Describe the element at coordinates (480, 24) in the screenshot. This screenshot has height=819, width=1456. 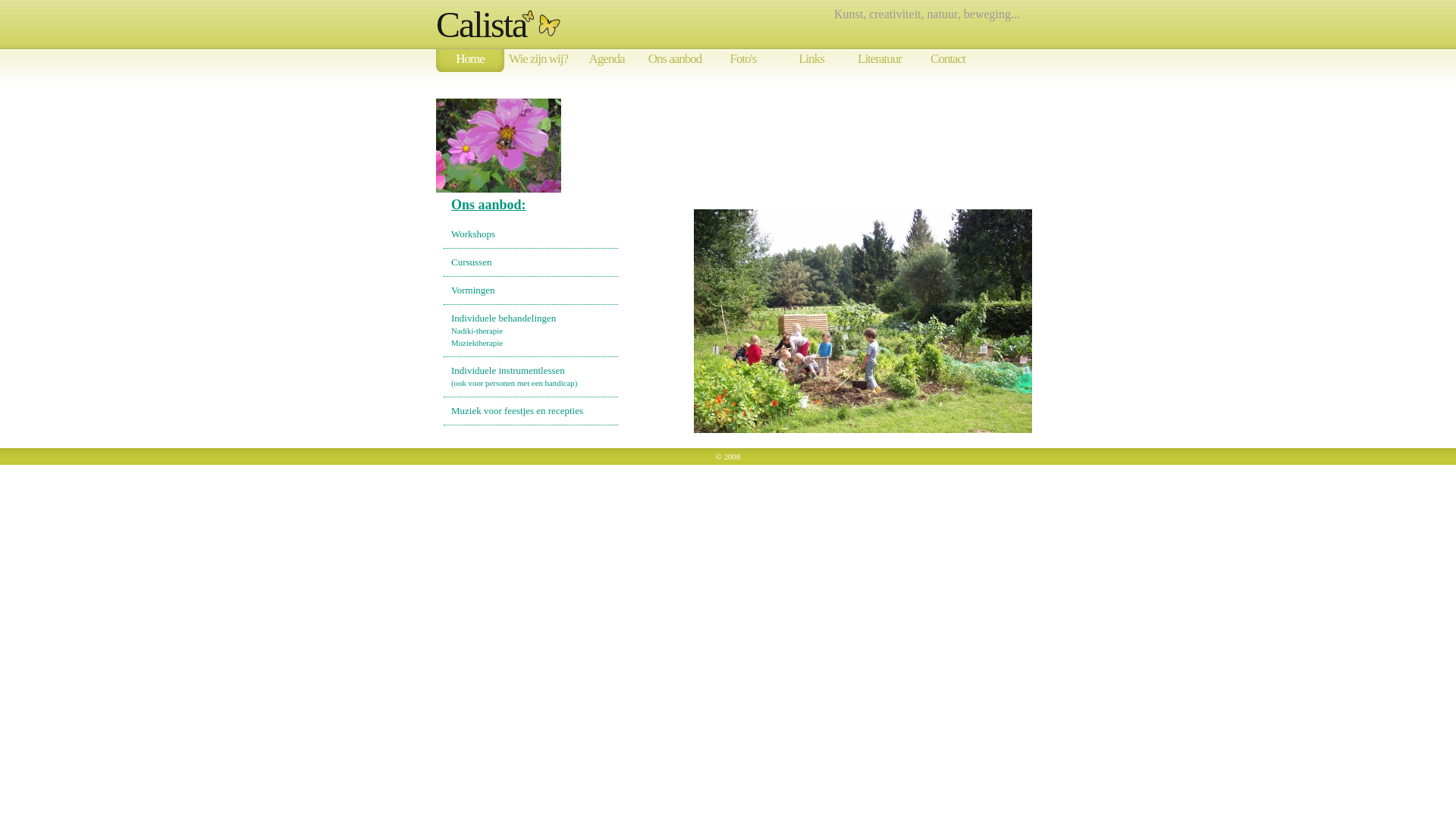
I see `'Calista'` at that location.